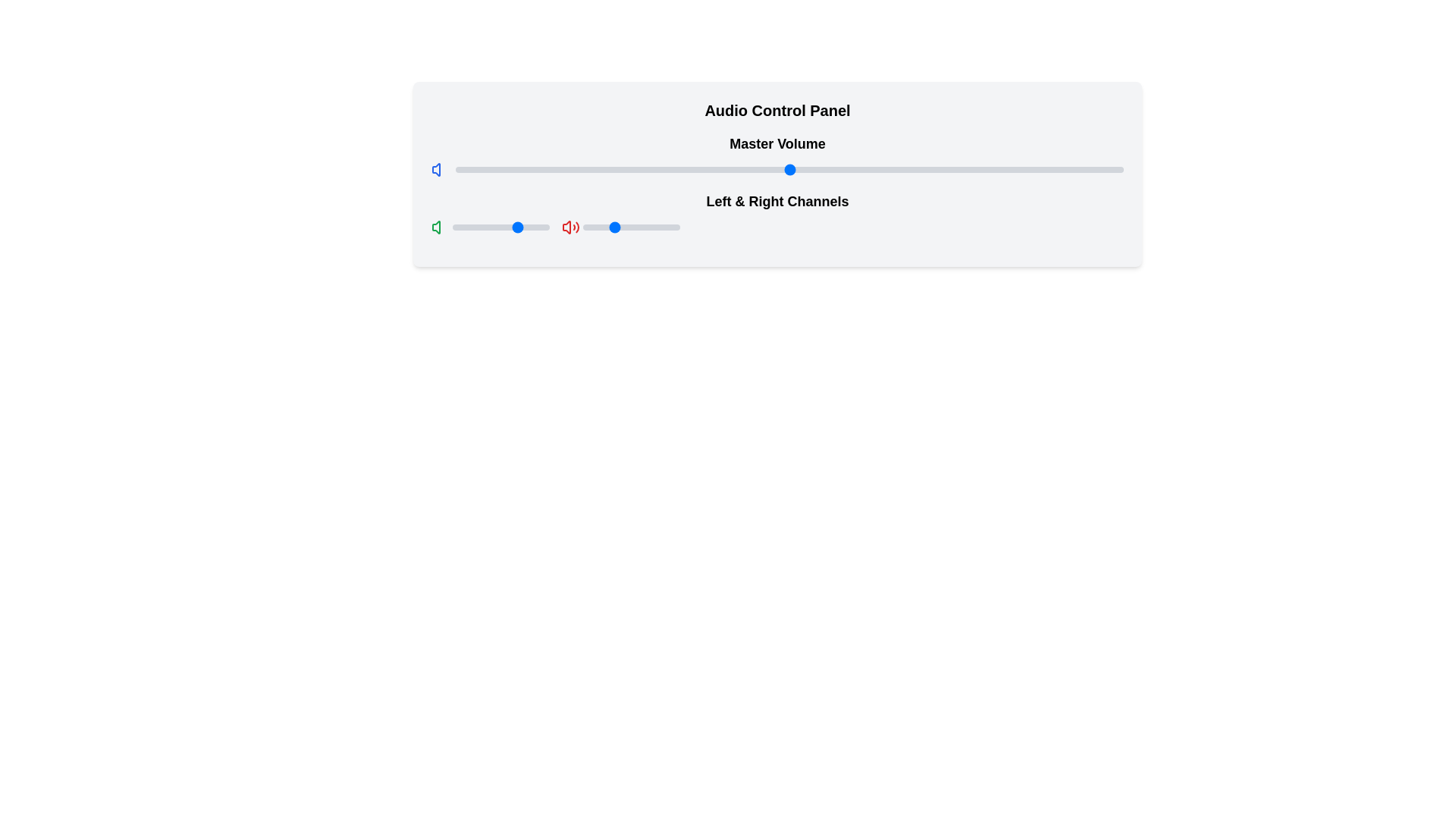 This screenshot has height=819, width=1456. Describe the element at coordinates (501, 227) in the screenshot. I see `the left-right channel balance` at that location.